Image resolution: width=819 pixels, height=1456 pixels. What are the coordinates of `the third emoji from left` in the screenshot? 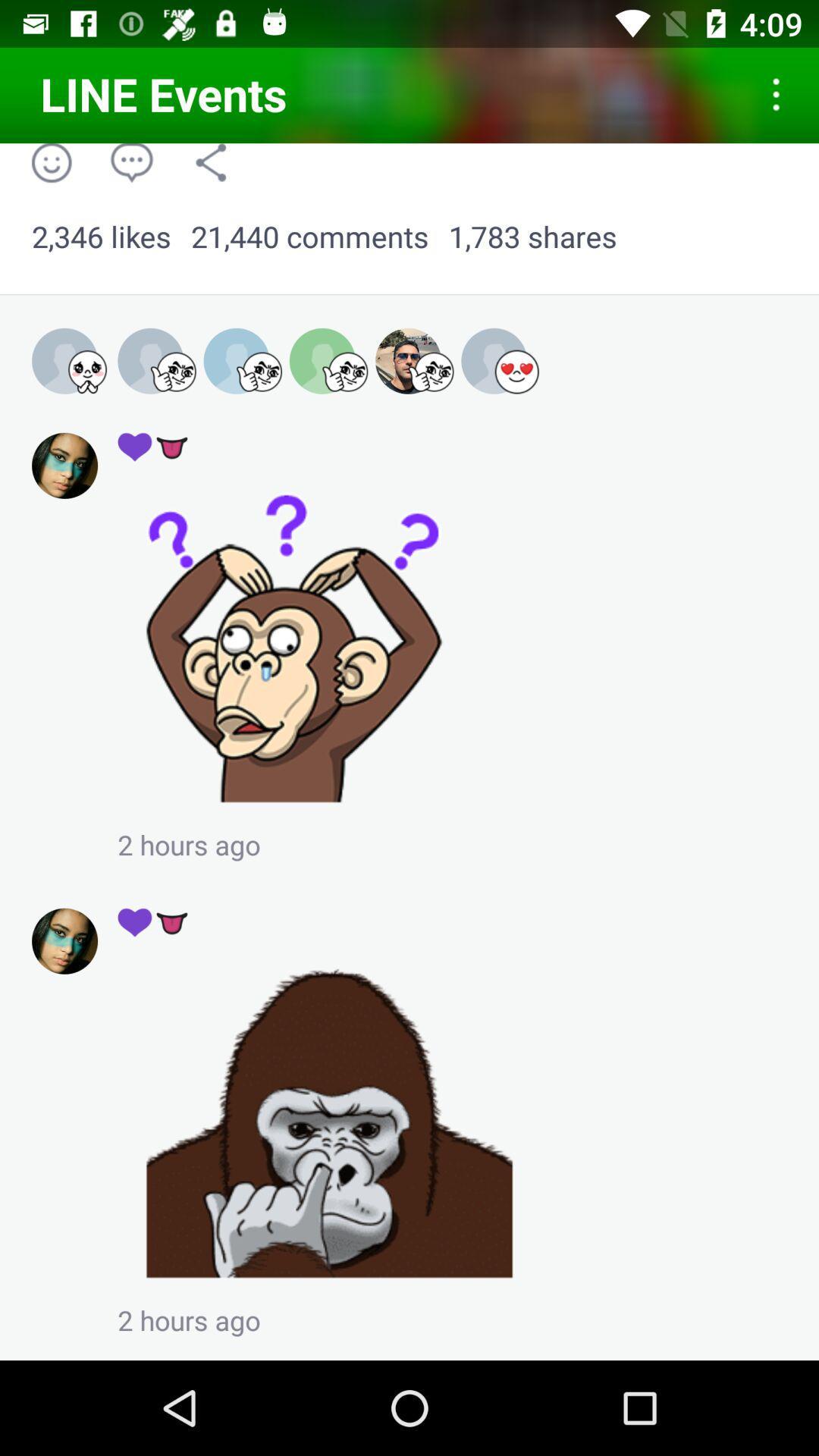 It's located at (243, 361).